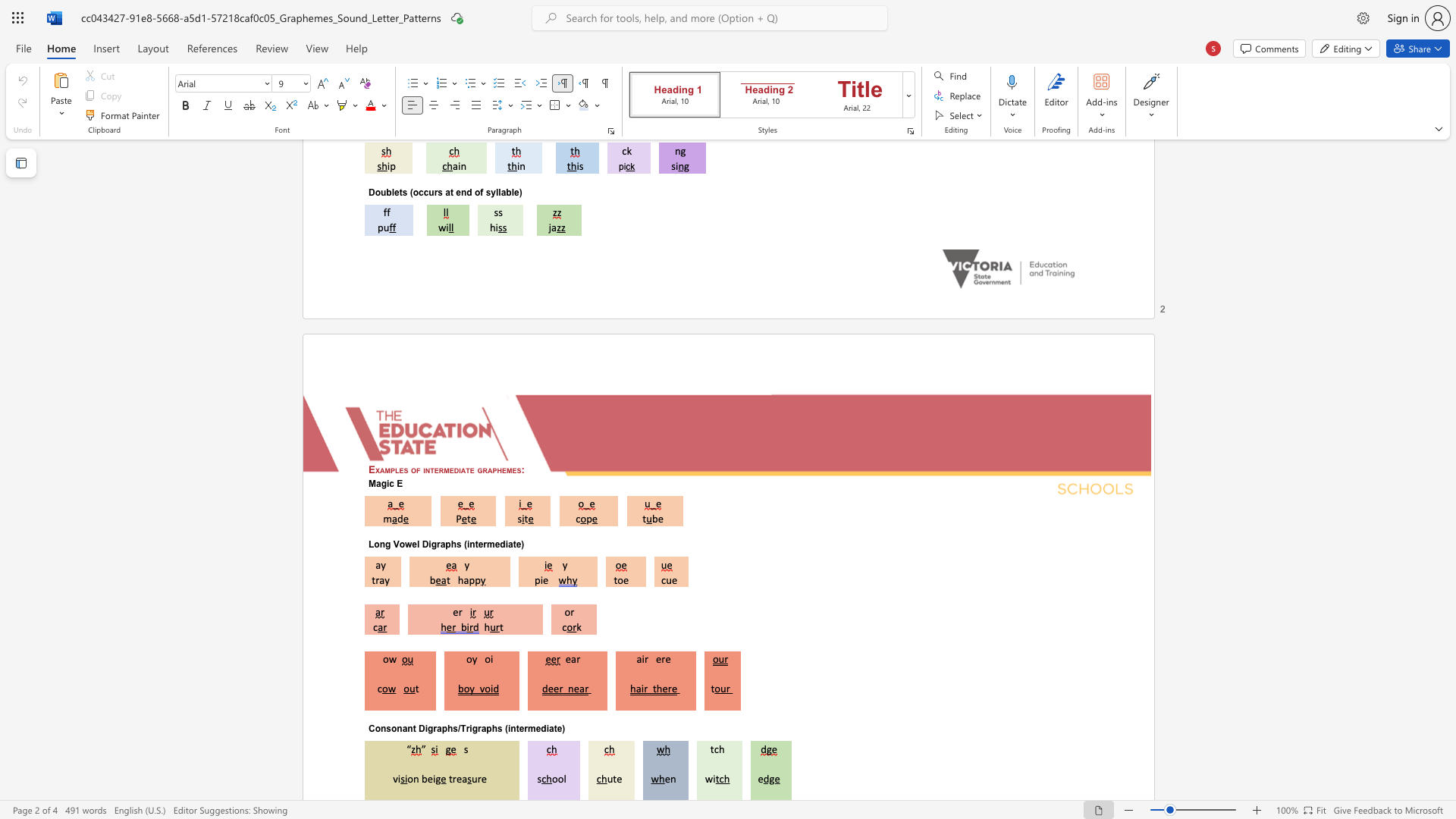  Describe the element at coordinates (455, 544) in the screenshot. I see `the subset text "s (intermediate)" within the text "Long Vowel Digraphs (intermediate)"` at that location.